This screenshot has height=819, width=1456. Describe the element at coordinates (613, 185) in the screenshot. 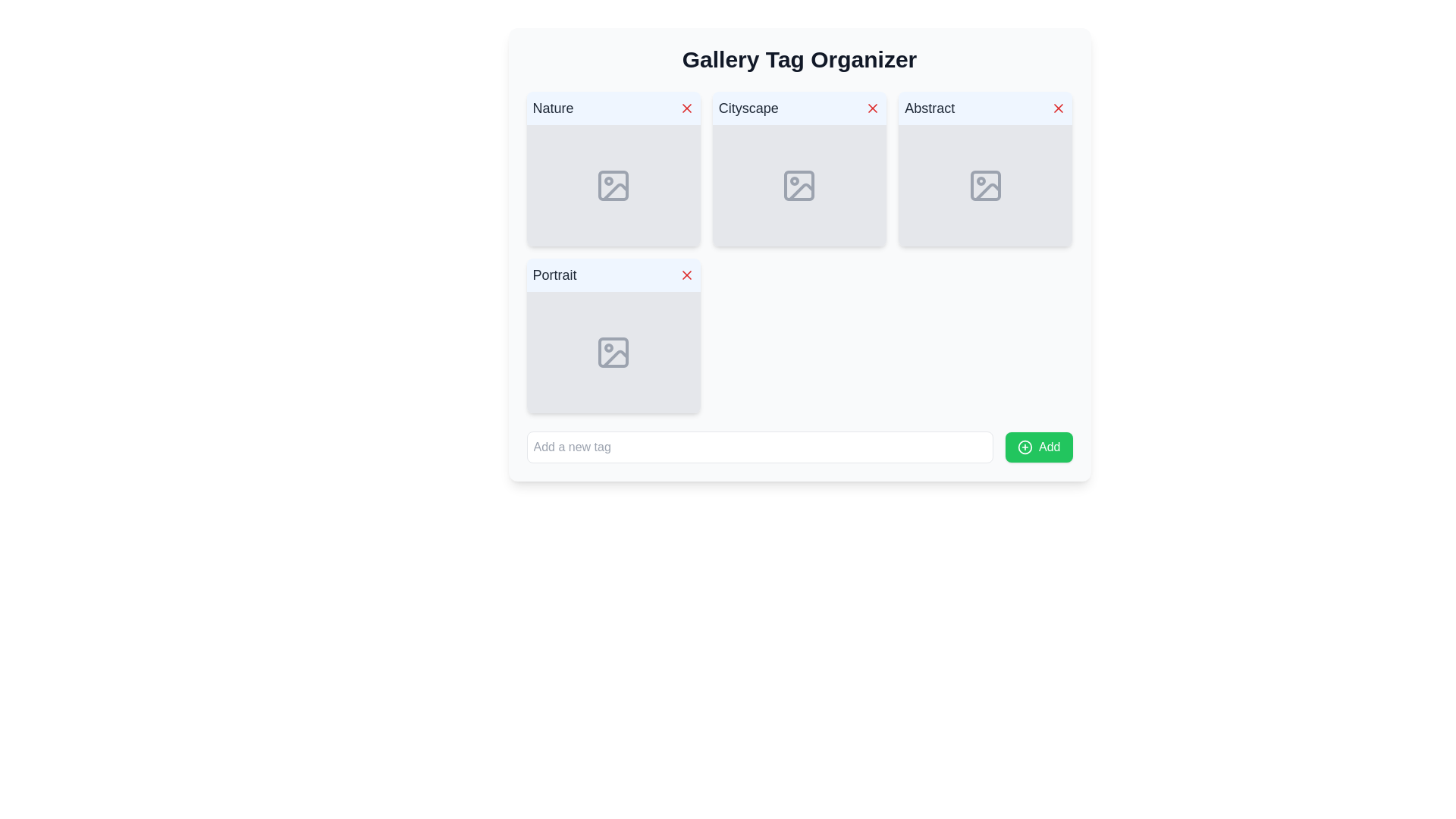

I see `the SVG icon representing the 'Nature' category, which visually indicates the type of content related to this category` at that location.